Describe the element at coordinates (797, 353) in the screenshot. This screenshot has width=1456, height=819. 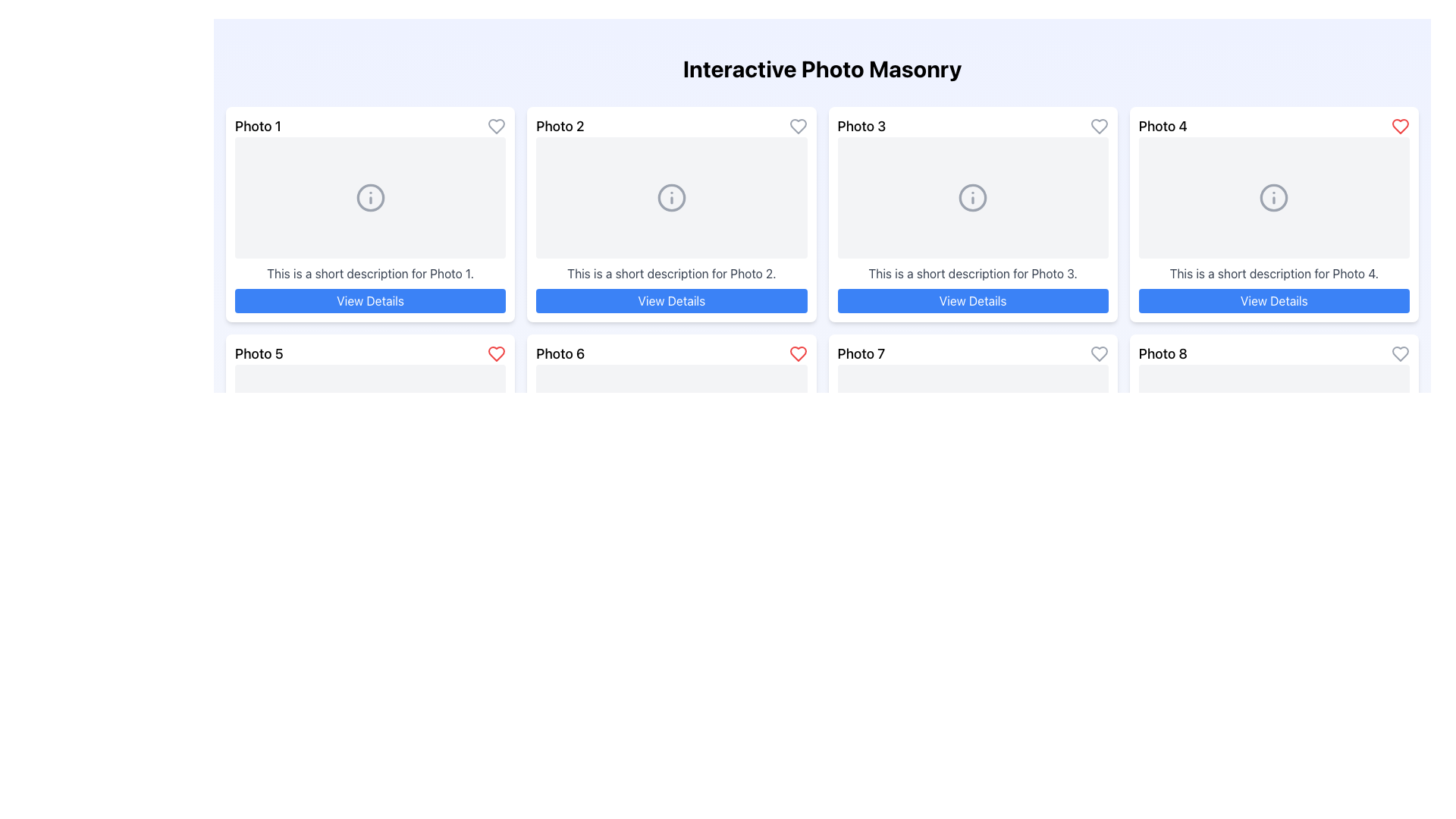
I see `the favorite button located in the top-right corner of the Photo 6 card` at that location.